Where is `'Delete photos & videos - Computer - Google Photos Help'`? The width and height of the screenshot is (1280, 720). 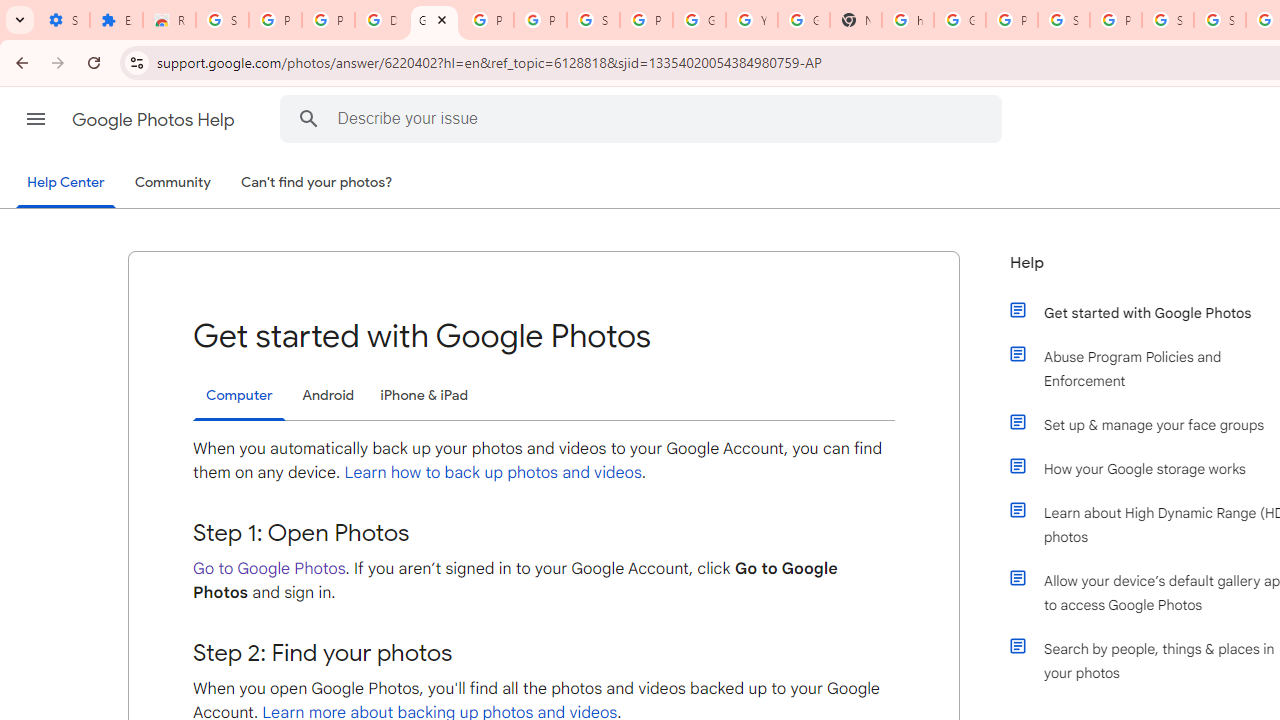
'Delete photos & videos - Computer - Google Photos Help' is located at coordinates (381, 20).